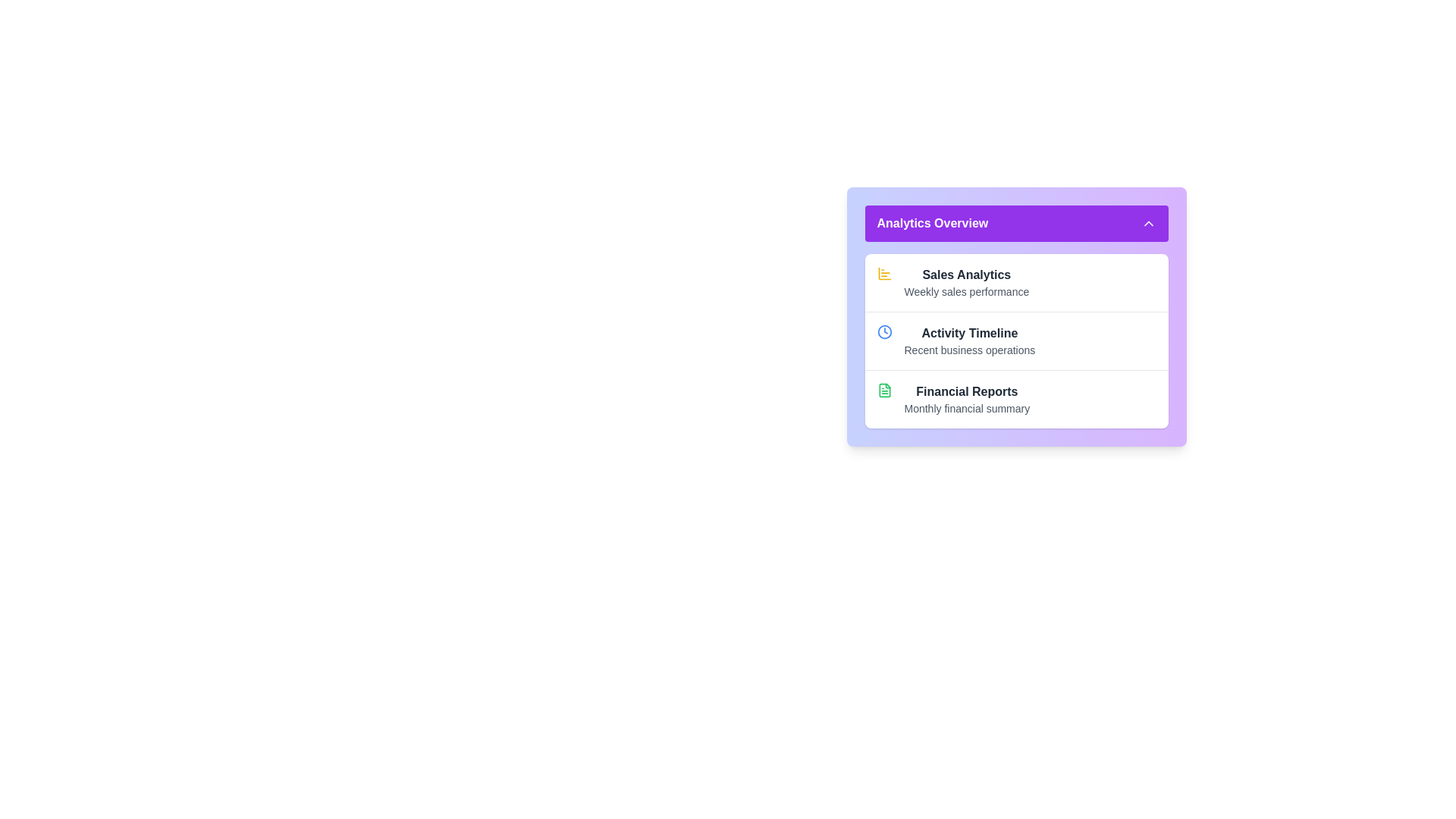 The height and width of the screenshot is (819, 1456). I want to click on the 'Sales Analytics' label which is the first item in a vertically-stacked list under the 'Analytics Overview' heading in a purple section header, so click(965, 283).